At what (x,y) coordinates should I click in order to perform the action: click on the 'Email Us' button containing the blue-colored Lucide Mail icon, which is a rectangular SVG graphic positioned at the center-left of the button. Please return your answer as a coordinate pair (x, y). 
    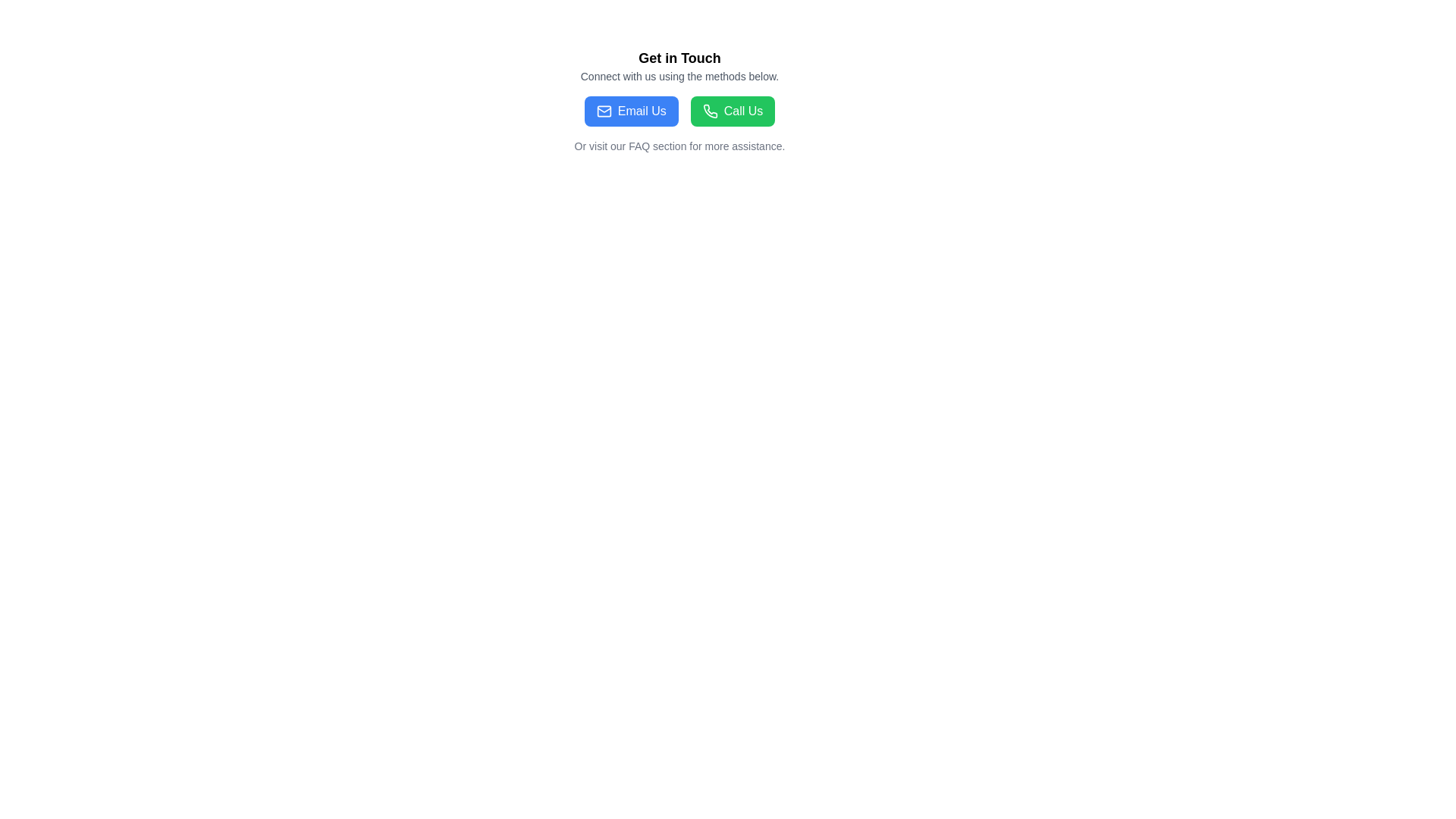
    Looking at the image, I should click on (603, 110).